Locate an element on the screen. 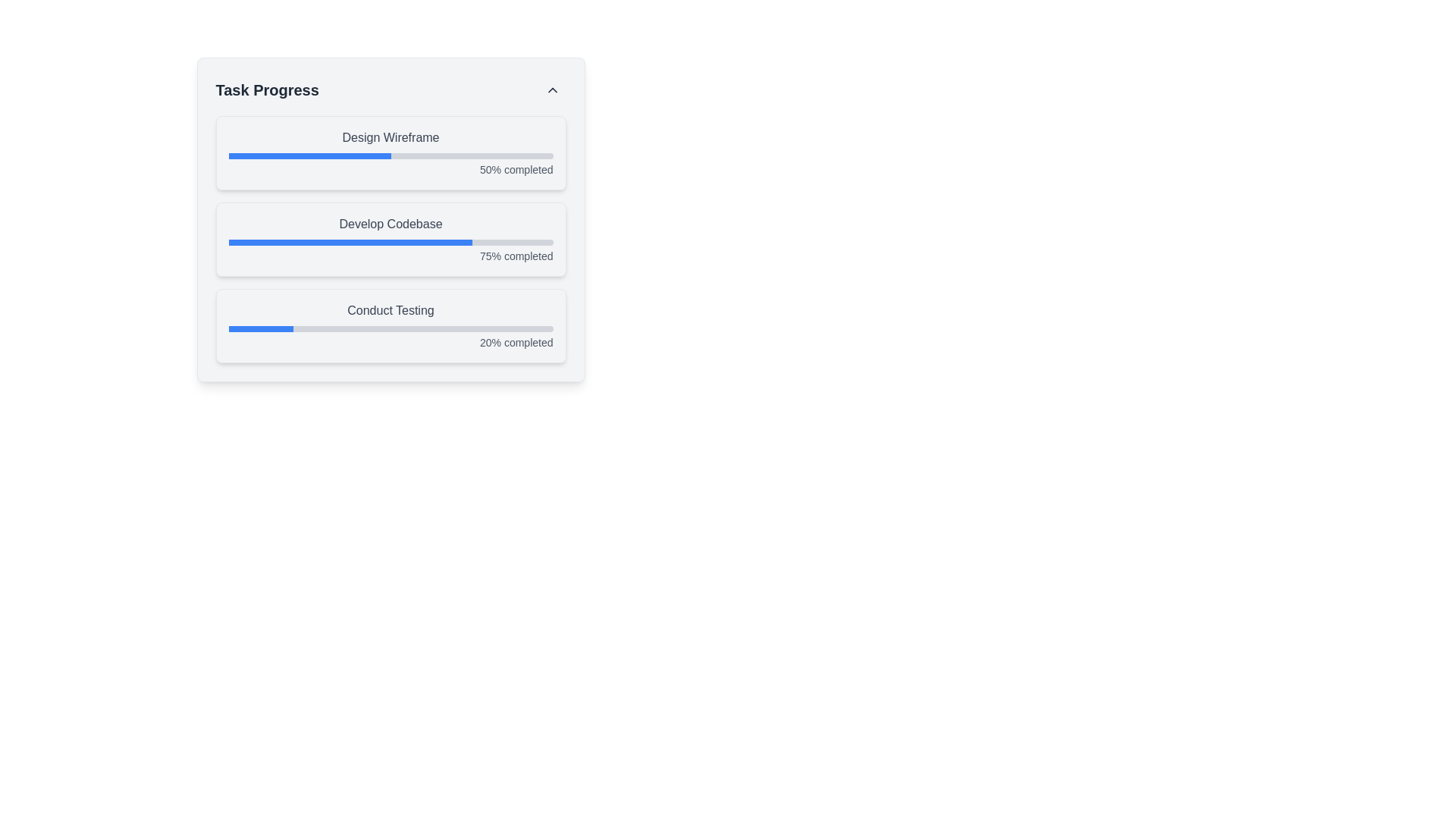 This screenshot has width=1456, height=819. the filled portion of the progress bar segment in the 'Conduct Testing' section, which indicates '20% completed' is located at coordinates (261, 328).